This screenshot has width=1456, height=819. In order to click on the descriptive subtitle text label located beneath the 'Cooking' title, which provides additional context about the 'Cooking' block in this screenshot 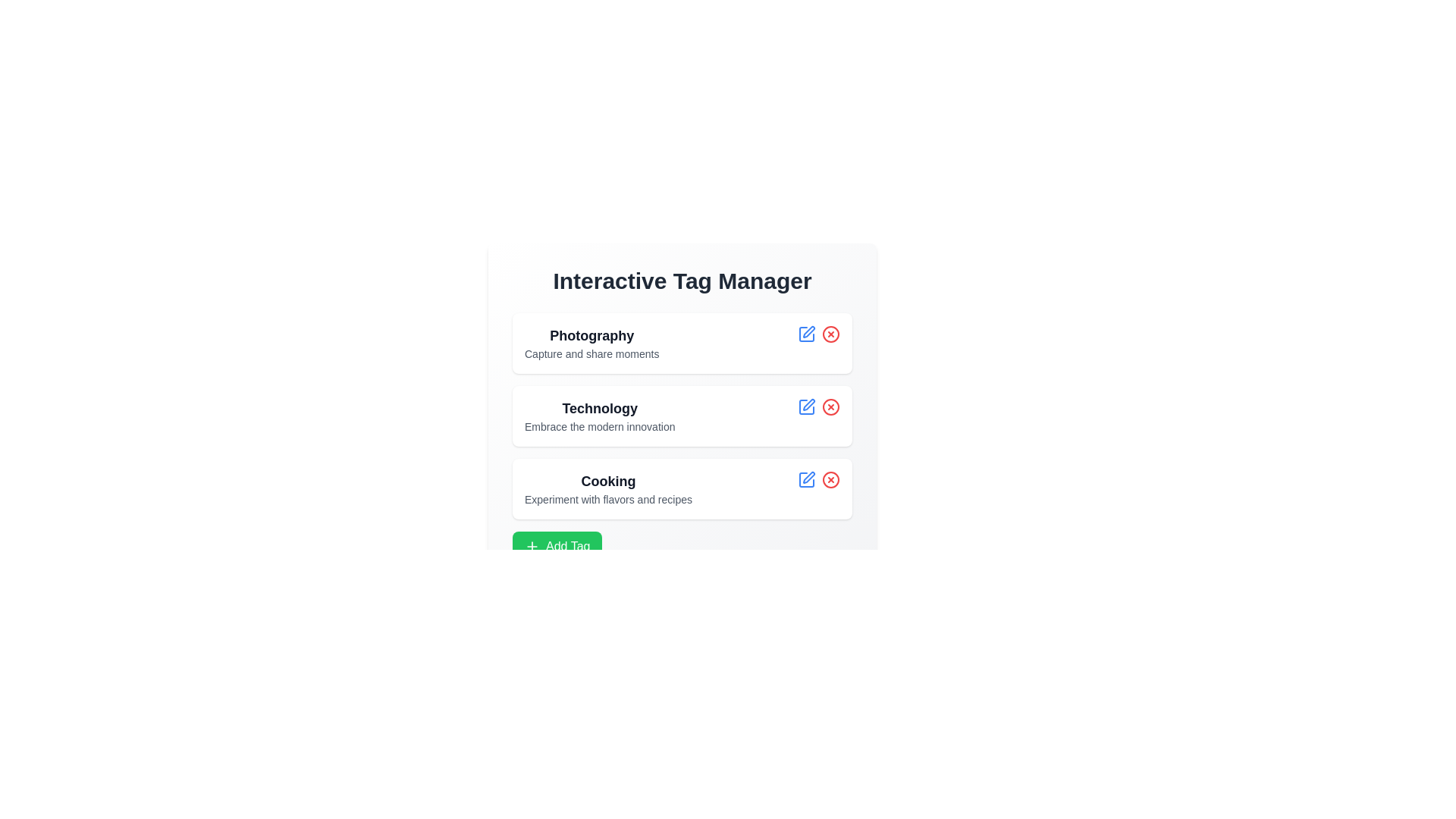, I will do `click(608, 500)`.